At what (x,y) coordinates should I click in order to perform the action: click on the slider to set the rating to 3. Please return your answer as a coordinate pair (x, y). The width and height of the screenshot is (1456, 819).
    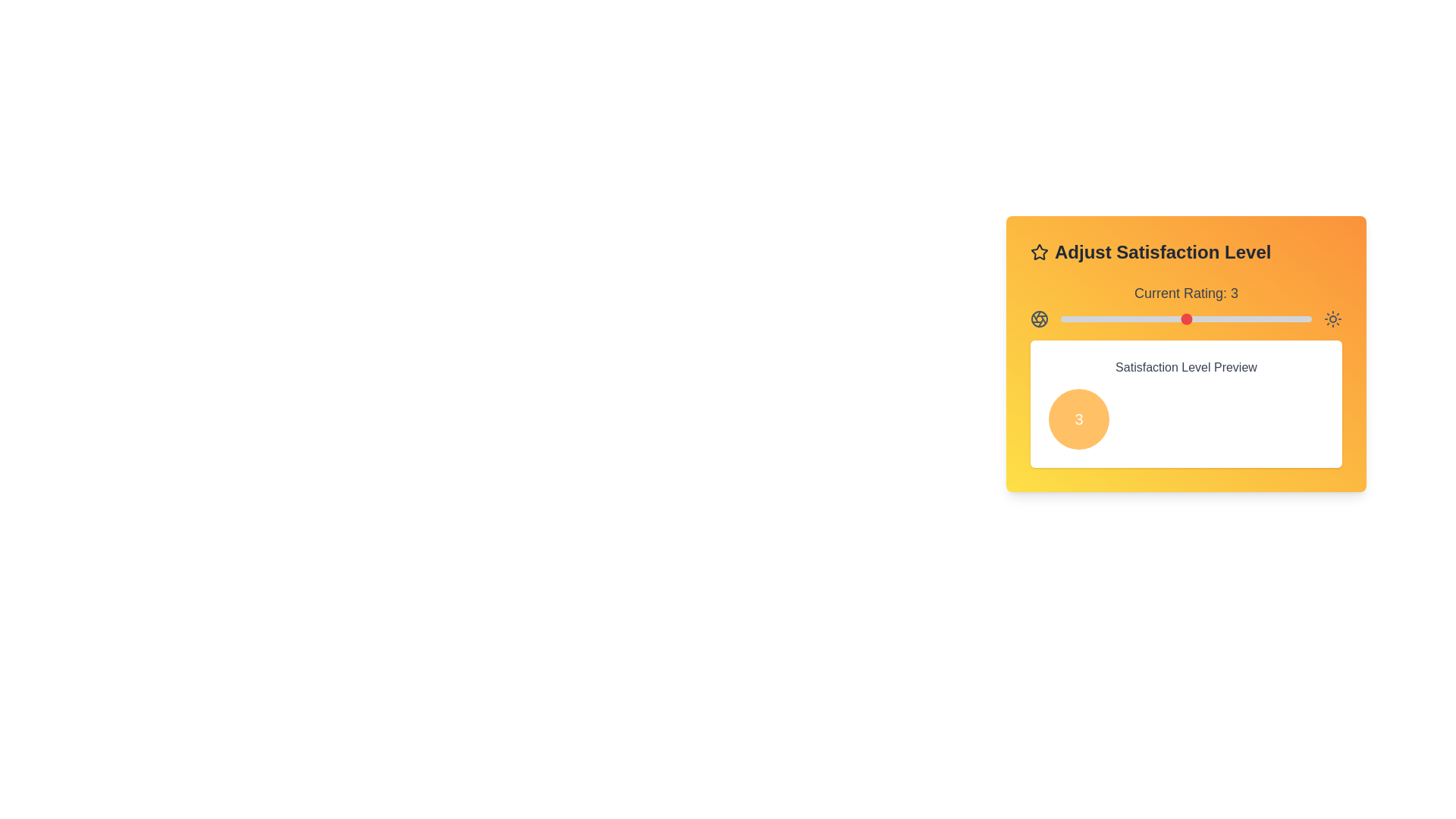
    Looking at the image, I should click on (1185, 318).